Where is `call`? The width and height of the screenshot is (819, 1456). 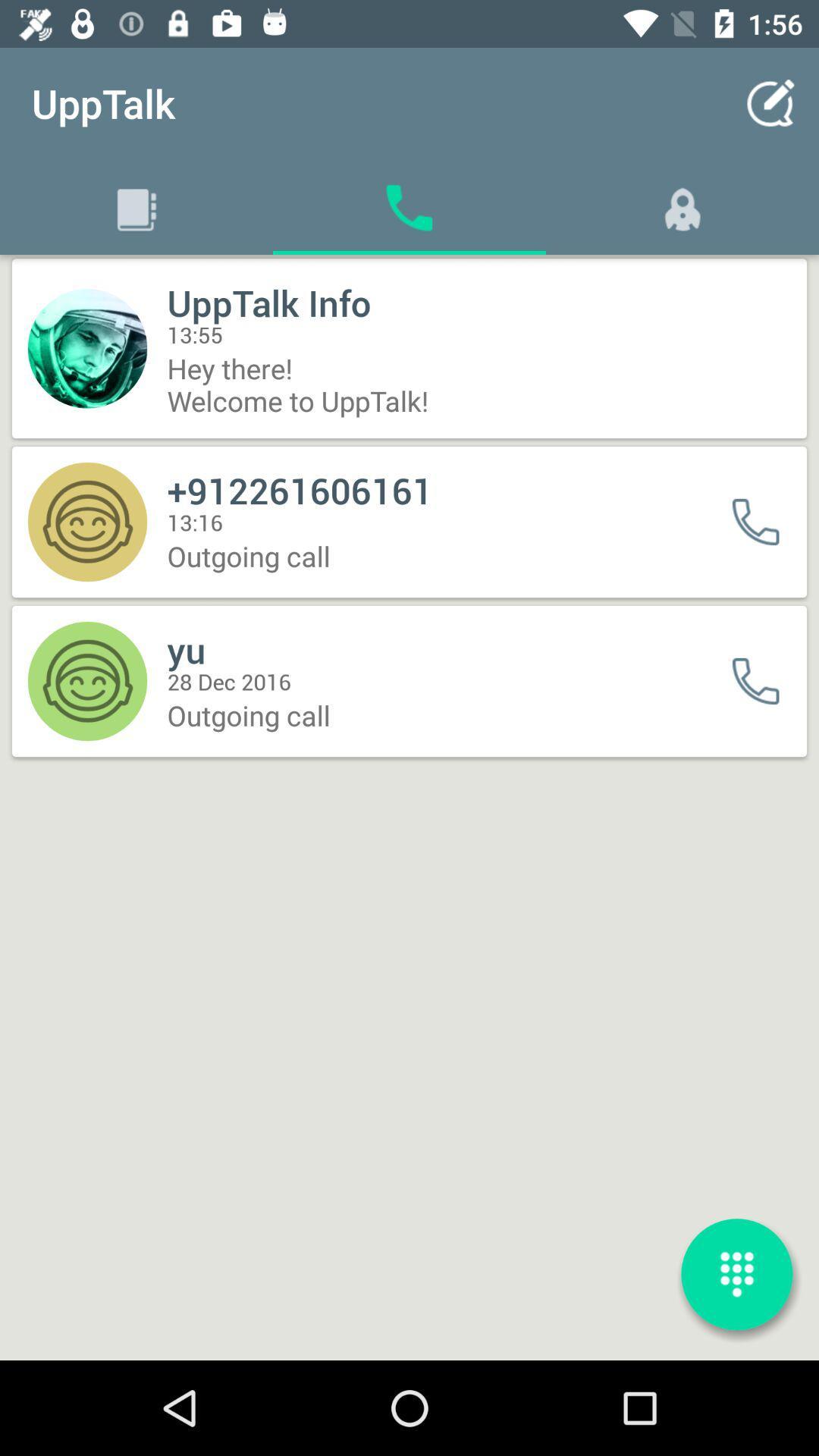 call is located at coordinates (765, 680).